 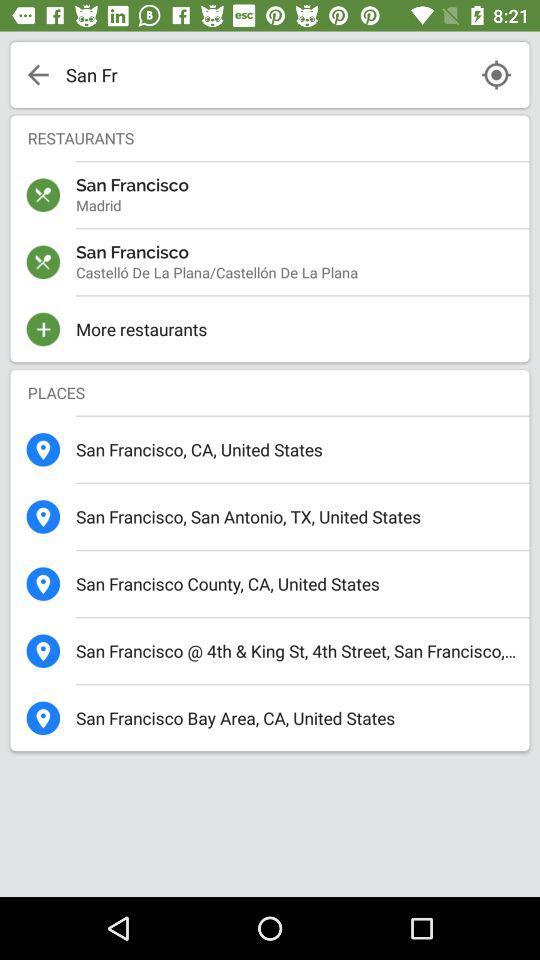 What do you see at coordinates (270, 391) in the screenshot?
I see `the places icon` at bounding box center [270, 391].